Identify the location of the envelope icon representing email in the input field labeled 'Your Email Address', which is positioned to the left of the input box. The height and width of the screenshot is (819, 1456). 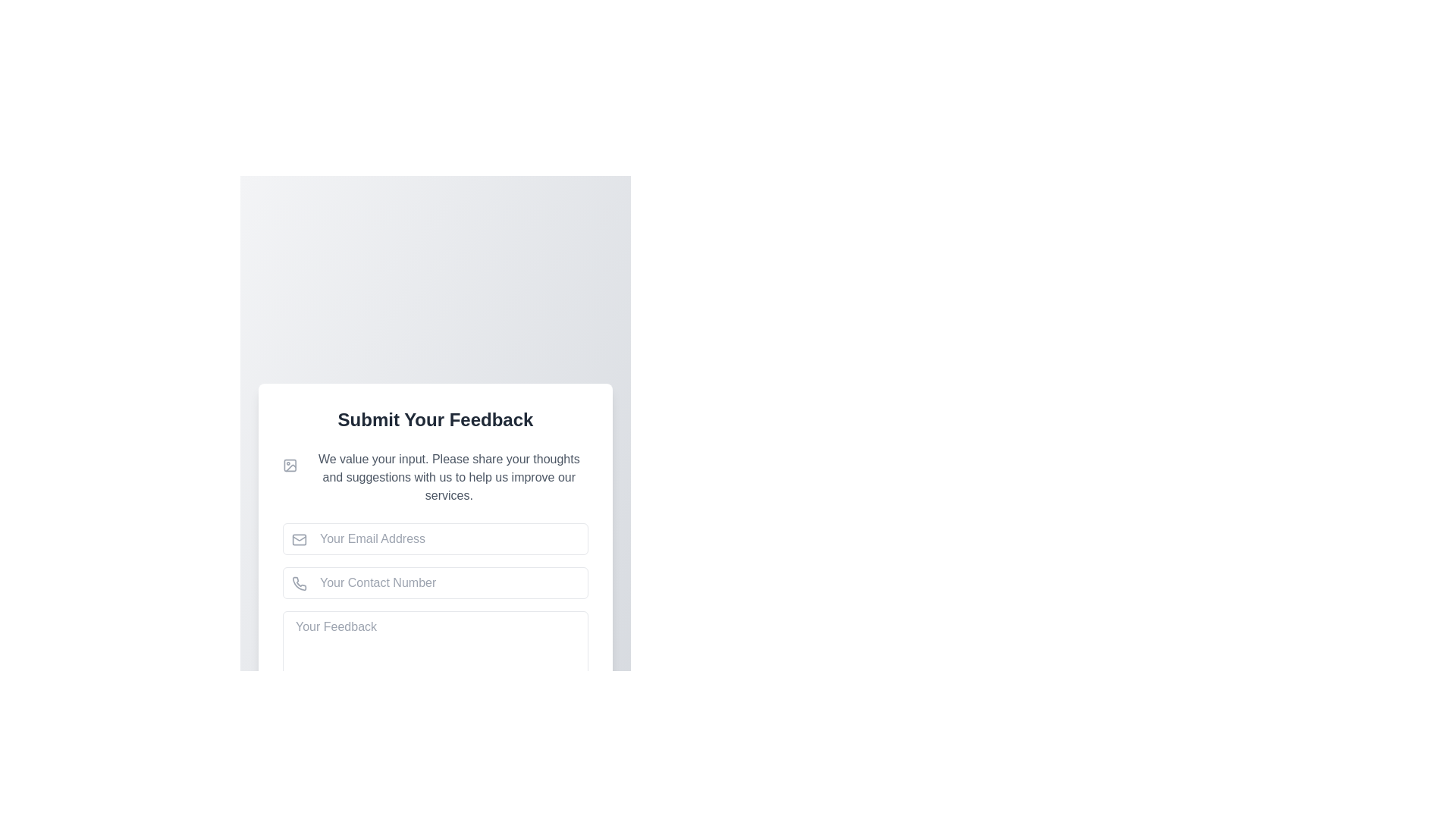
(299, 538).